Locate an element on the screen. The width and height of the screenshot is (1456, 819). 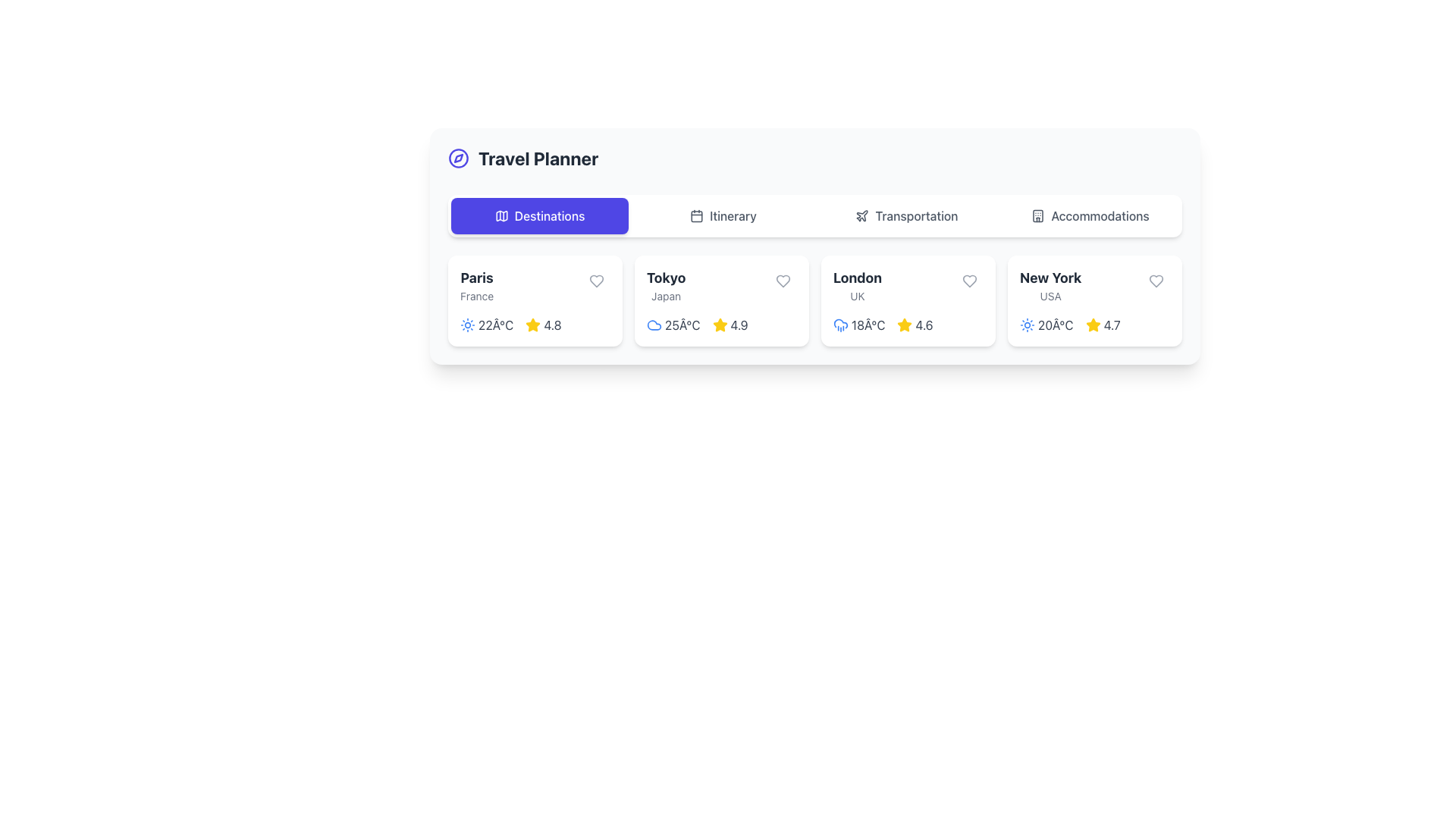
the heart-shaped icon in the top-right corner of the London card is located at coordinates (968, 281).